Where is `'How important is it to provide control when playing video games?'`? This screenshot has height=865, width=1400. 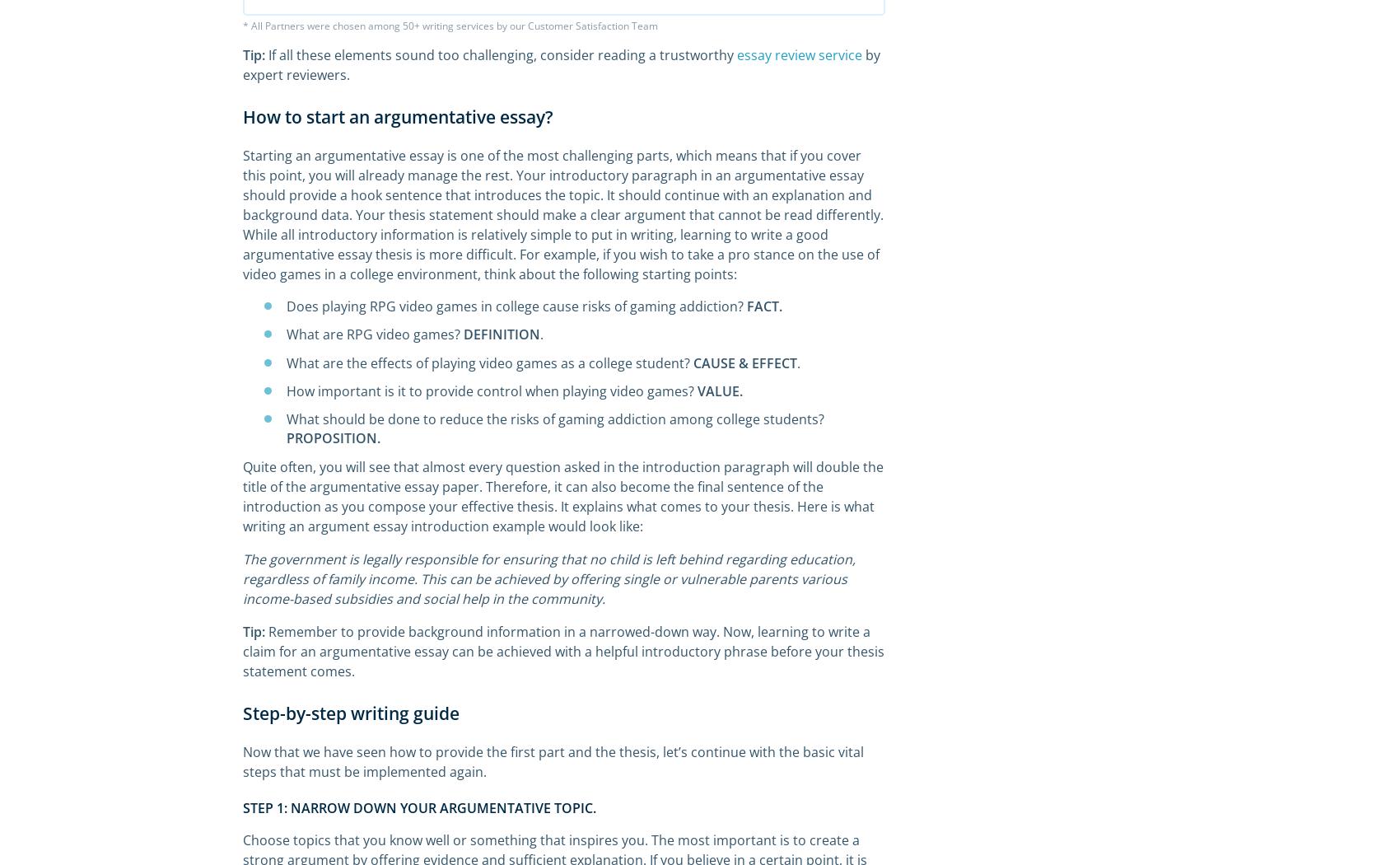 'How important is it to provide control when playing video games?' is located at coordinates (491, 390).